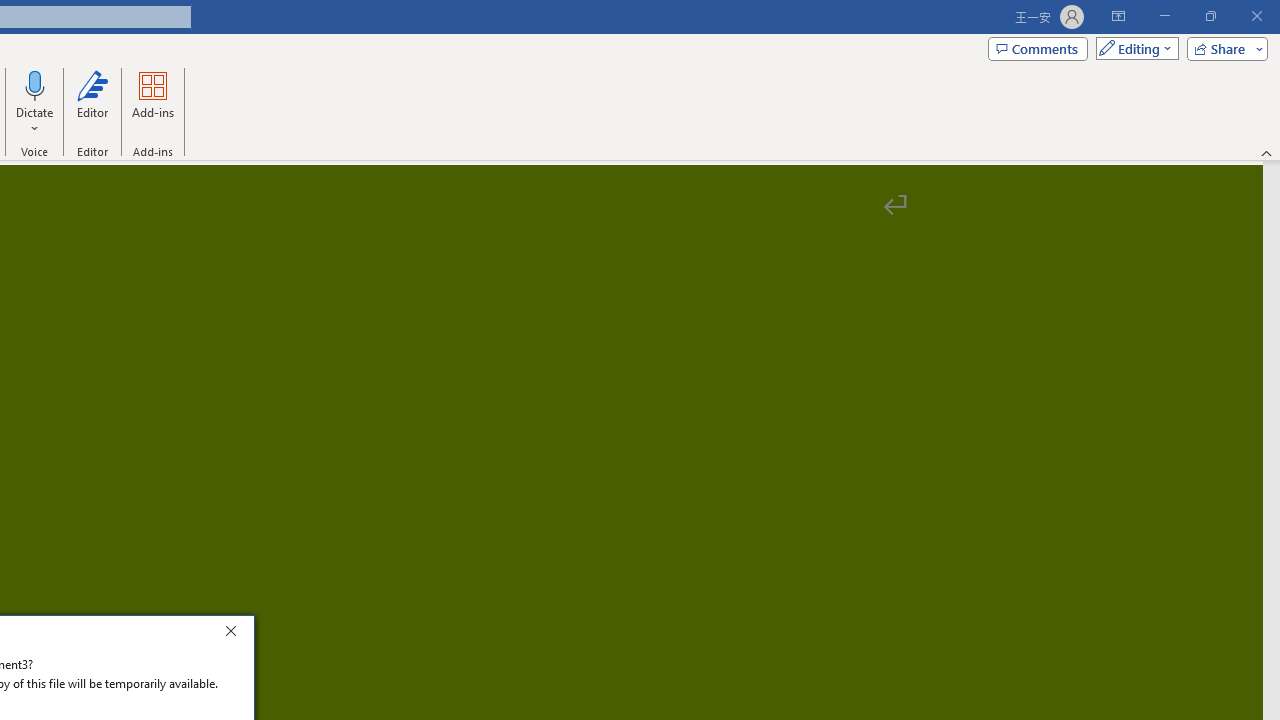 Image resolution: width=1280 pixels, height=720 pixels. What do you see at coordinates (1222, 47) in the screenshot?
I see `'Share'` at bounding box center [1222, 47].